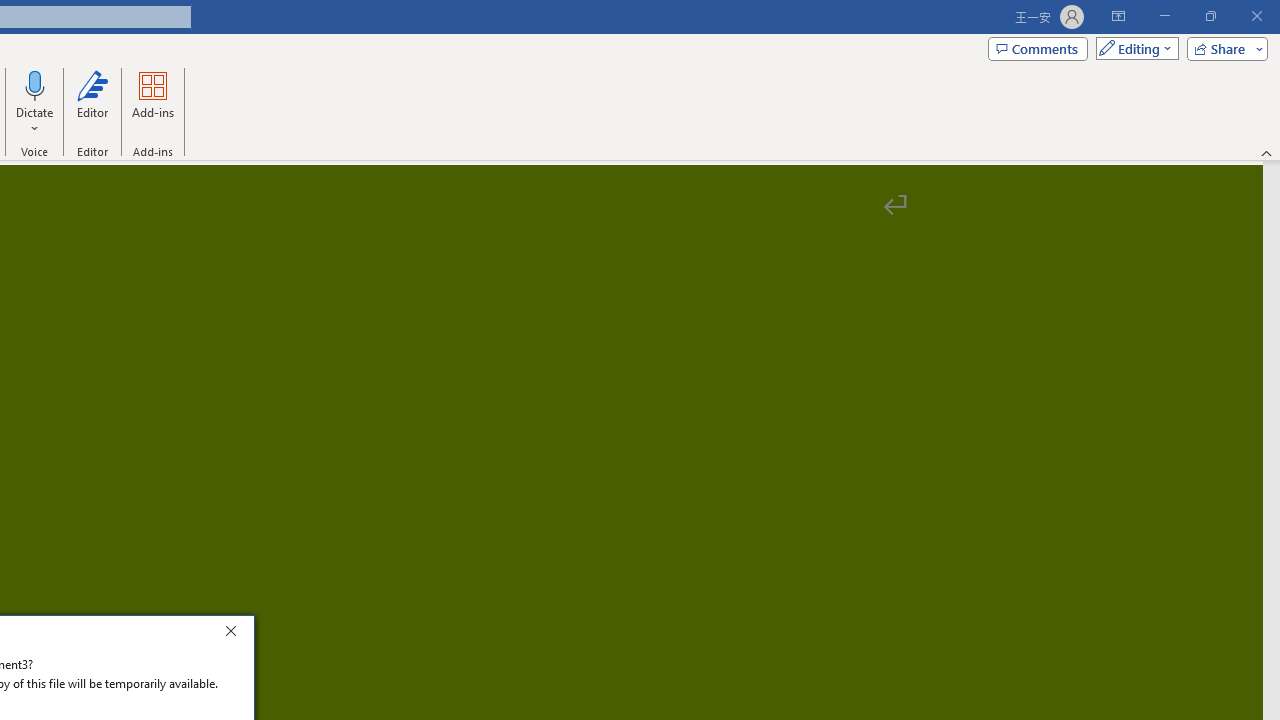 Image resolution: width=1280 pixels, height=720 pixels. What do you see at coordinates (1222, 47) in the screenshot?
I see `'Share'` at bounding box center [1222, 47].